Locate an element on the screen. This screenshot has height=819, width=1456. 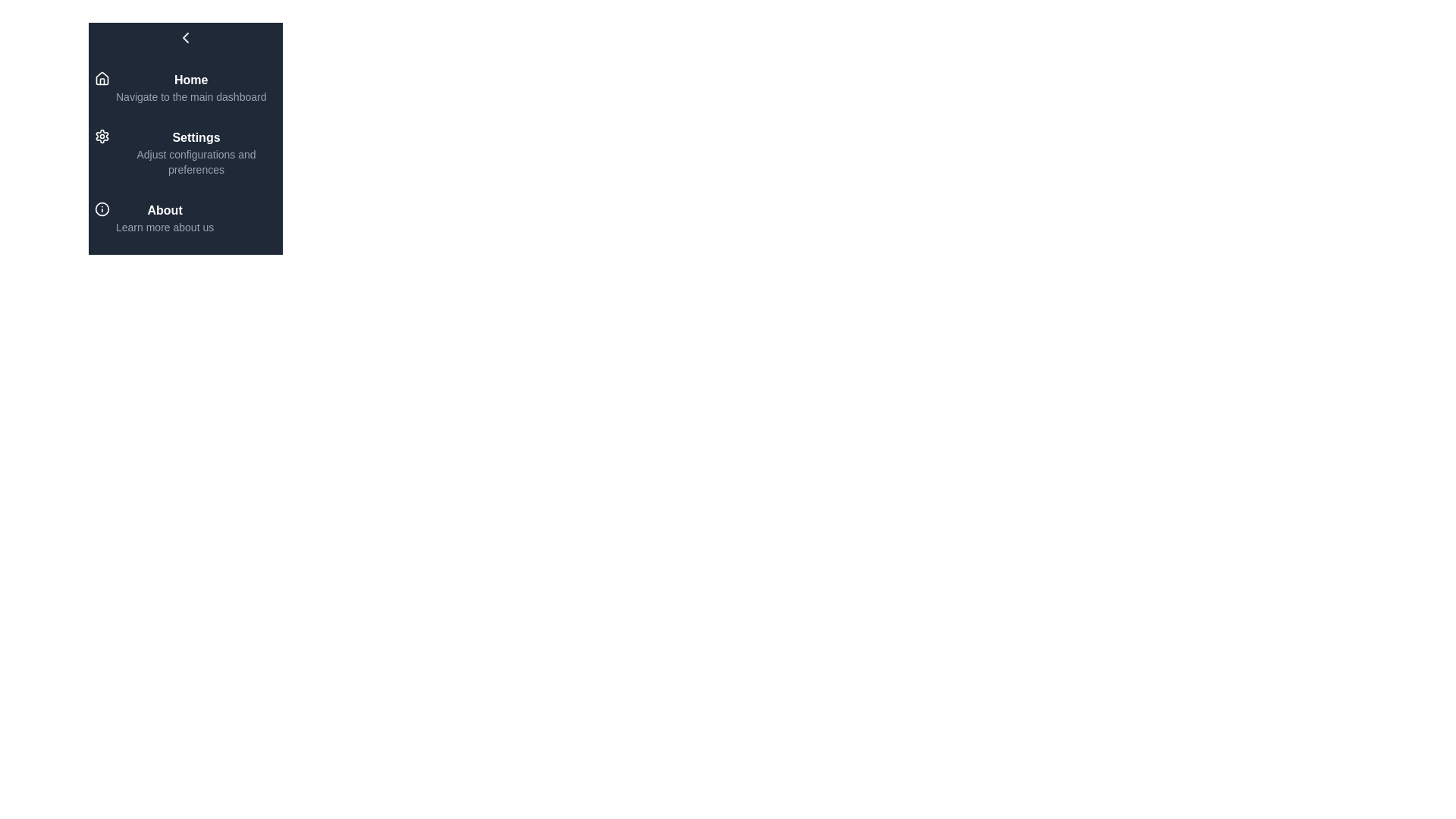
the menu item Settings to highlight it is located at coordinates (184, 152).